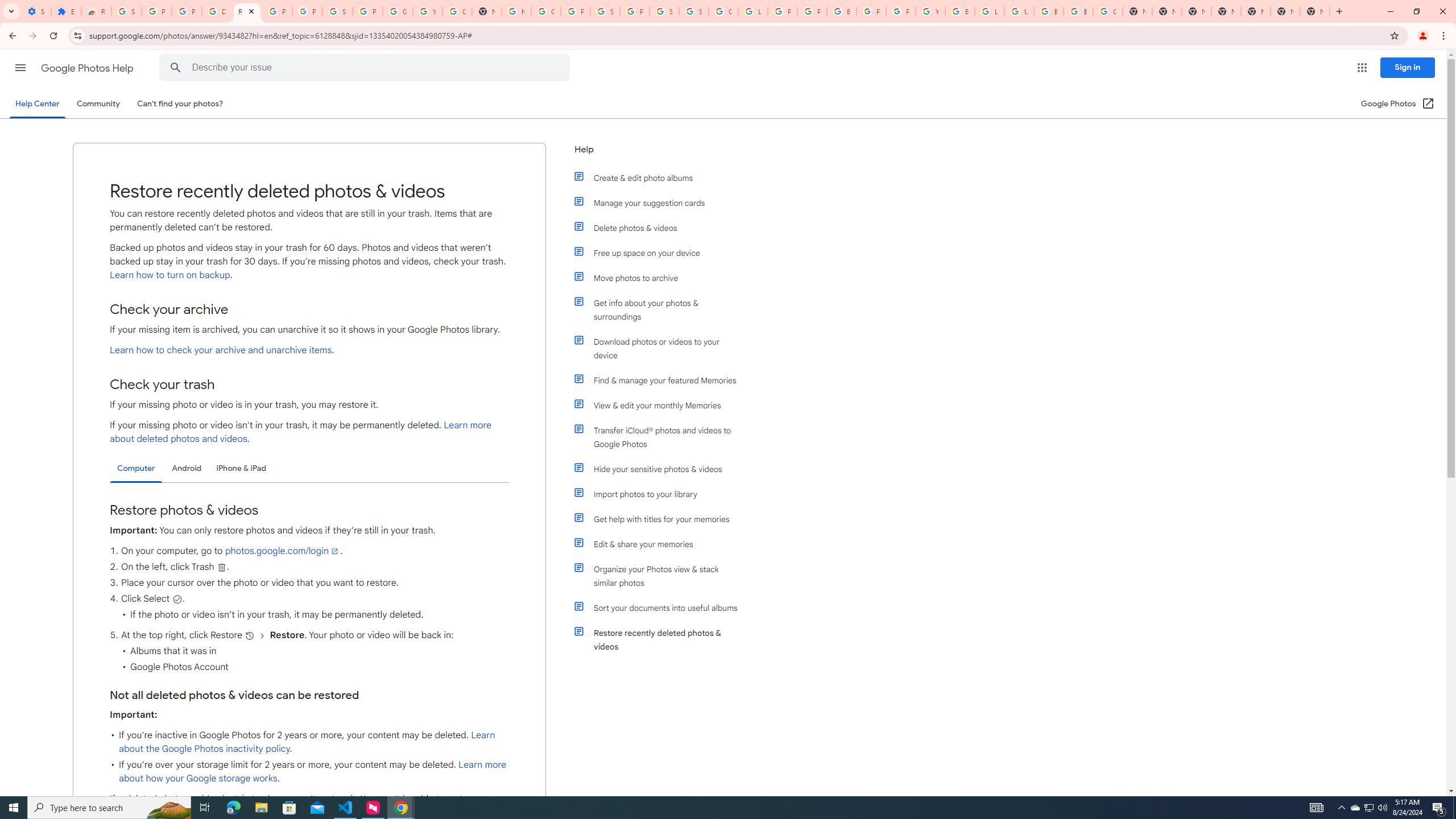  Describe the element at coordinates (366, 67) in the screenshot. I see `'Describe your issue'` at that location.